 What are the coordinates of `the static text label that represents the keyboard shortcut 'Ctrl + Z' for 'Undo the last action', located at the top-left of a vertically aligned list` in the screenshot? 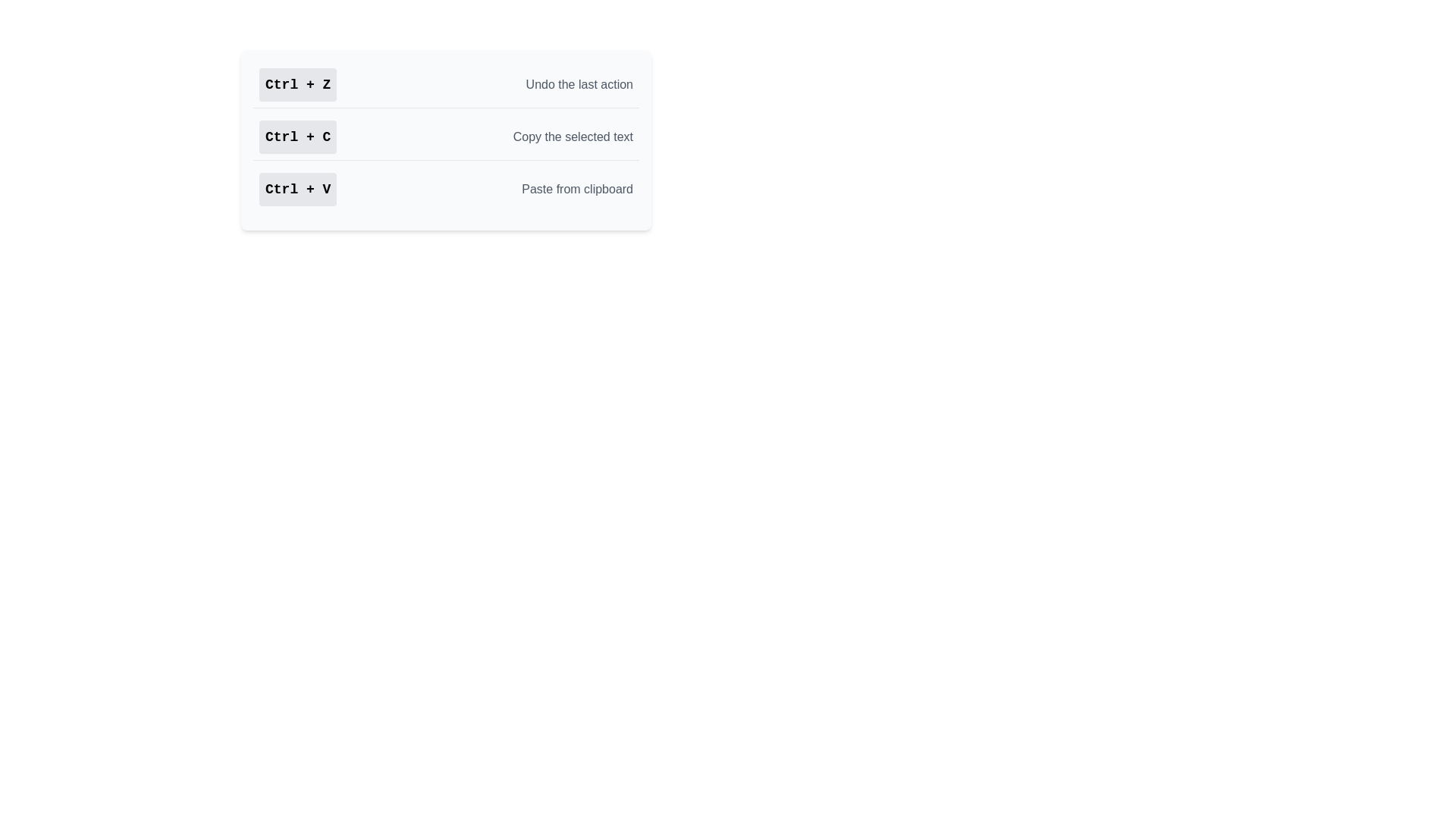 It's located at (298, 84).